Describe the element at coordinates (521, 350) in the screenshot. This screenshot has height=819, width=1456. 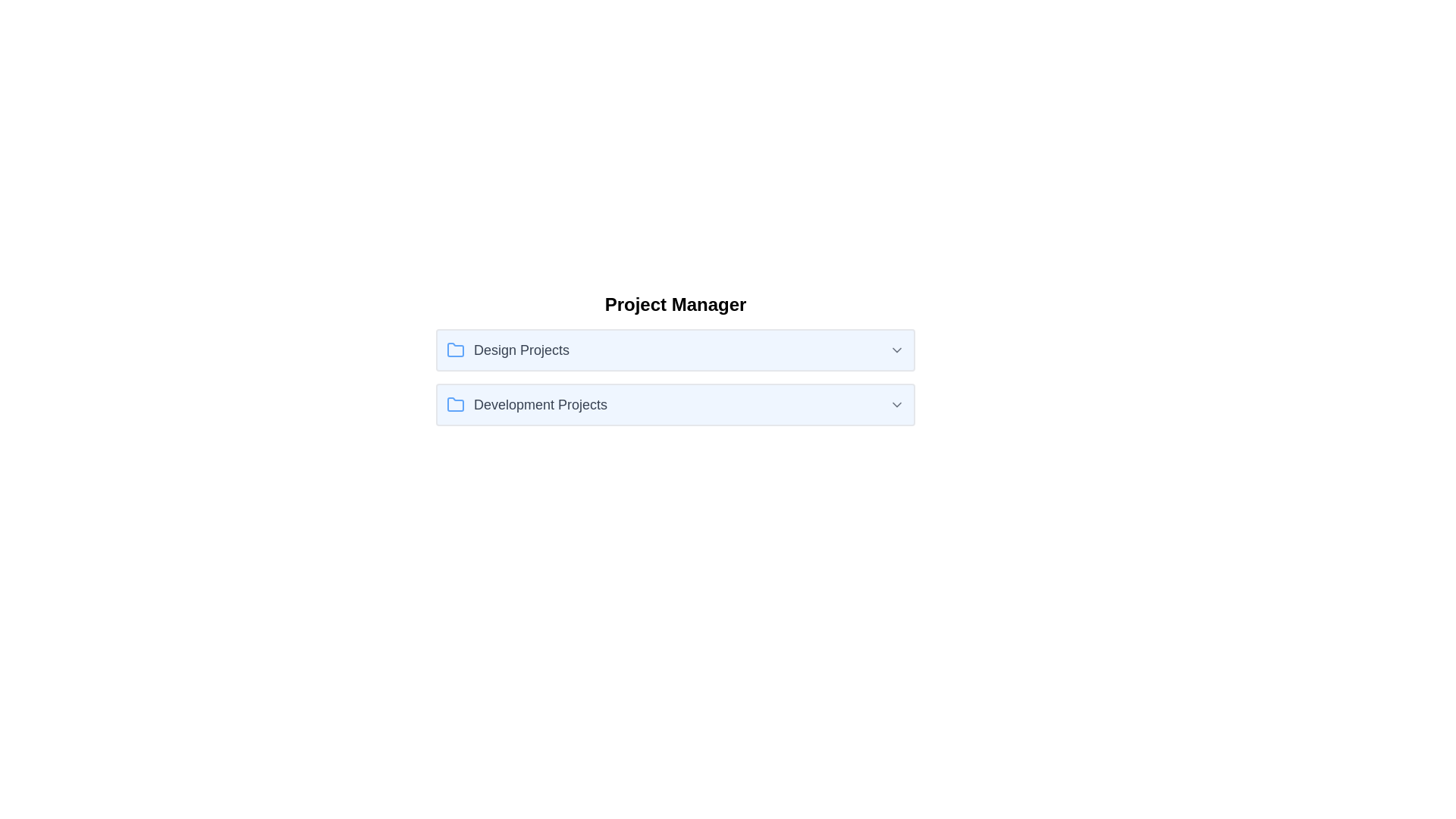
I see `the text label reading 'Design Projects' which is styled in gray and located next to a blue folder icon under the 'Project Manager' section` at that location.